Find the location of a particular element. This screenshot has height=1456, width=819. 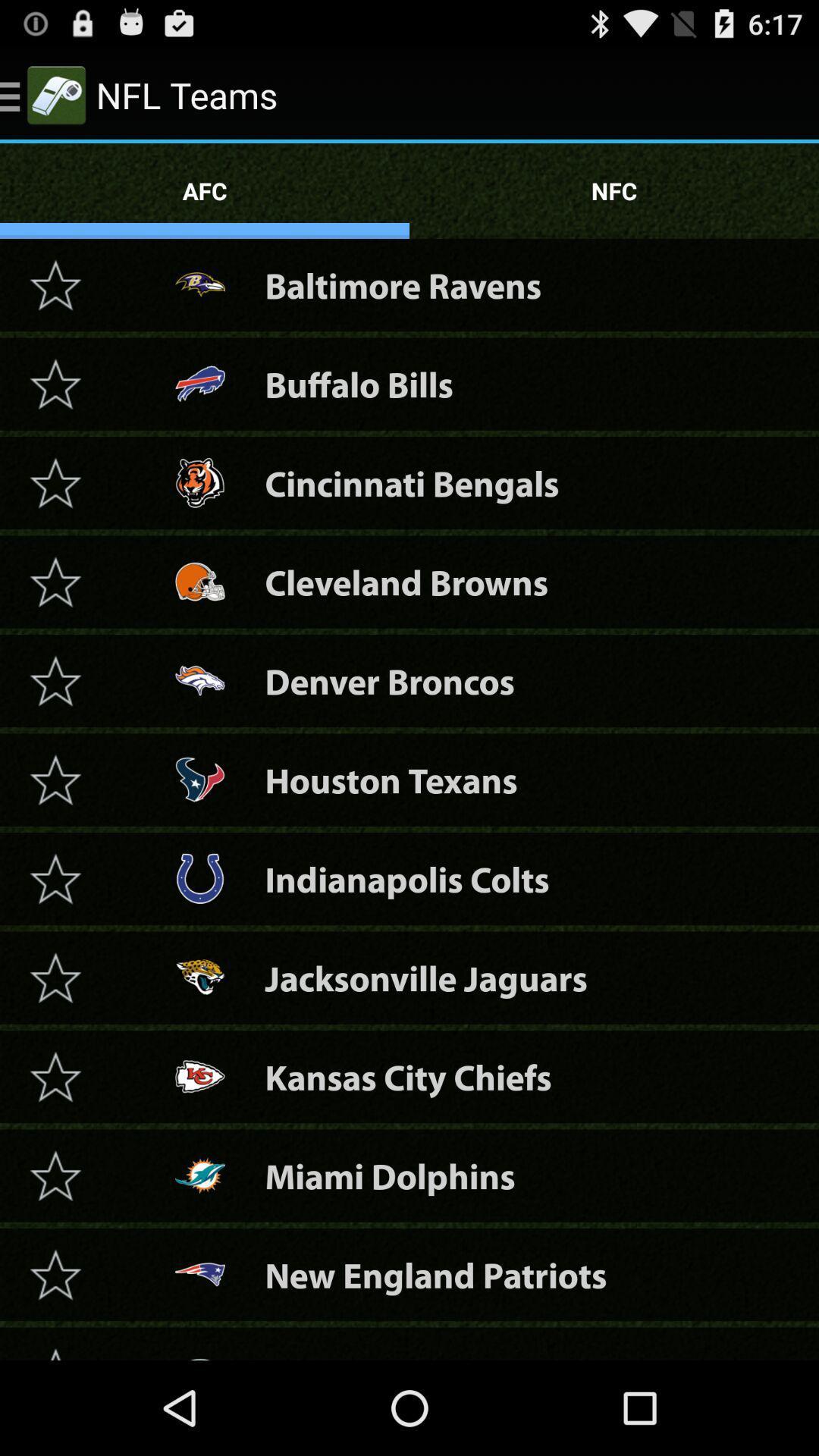

the item below miami dolphins is located at coordinates (435, 1274).